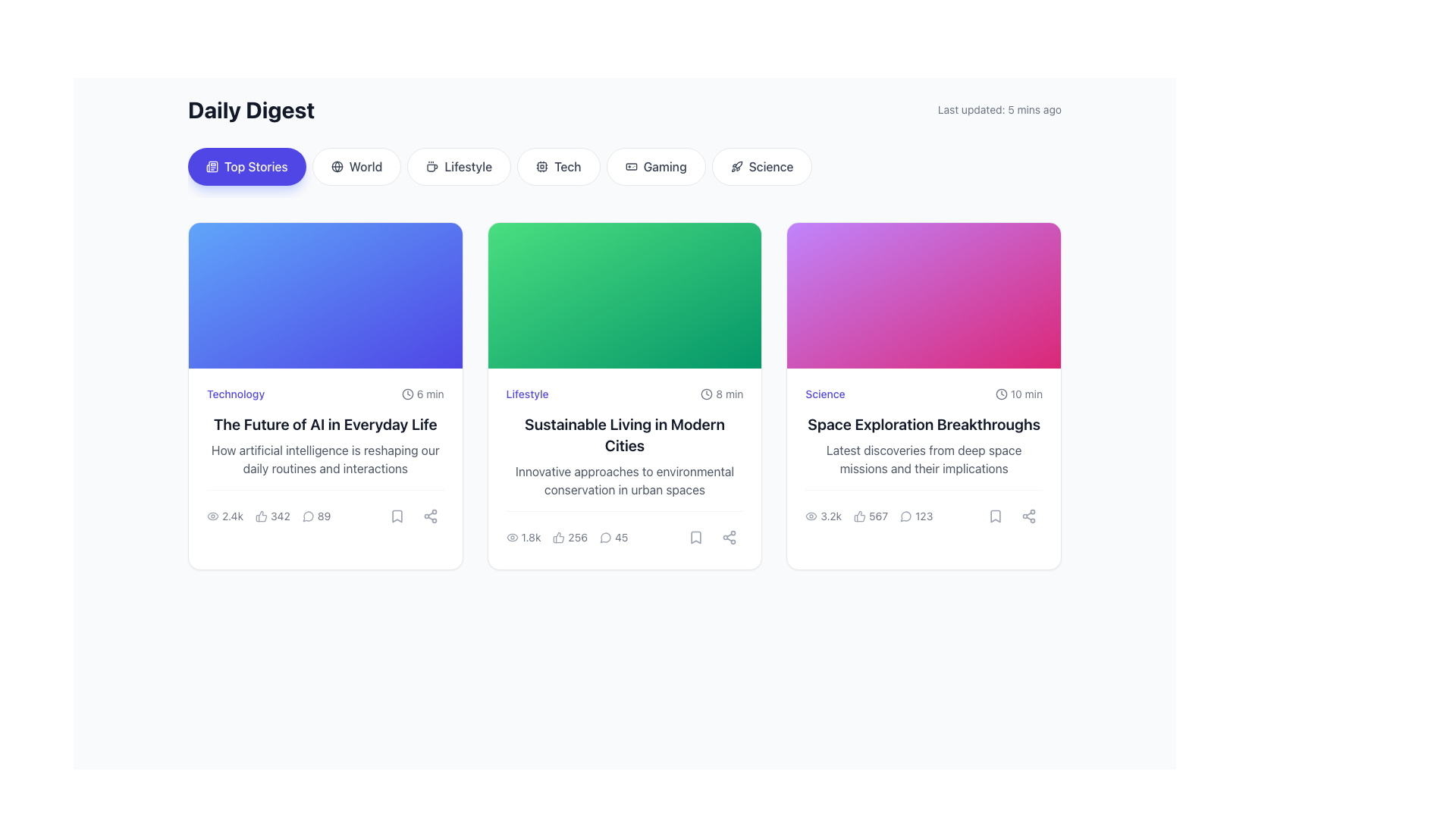  Describe the element at coordinates (1026, 394) in the screenshot. I see `the static text label displaying the estimated reading or completion time located in the top right section of the third card under the category 'Science'` at that location.